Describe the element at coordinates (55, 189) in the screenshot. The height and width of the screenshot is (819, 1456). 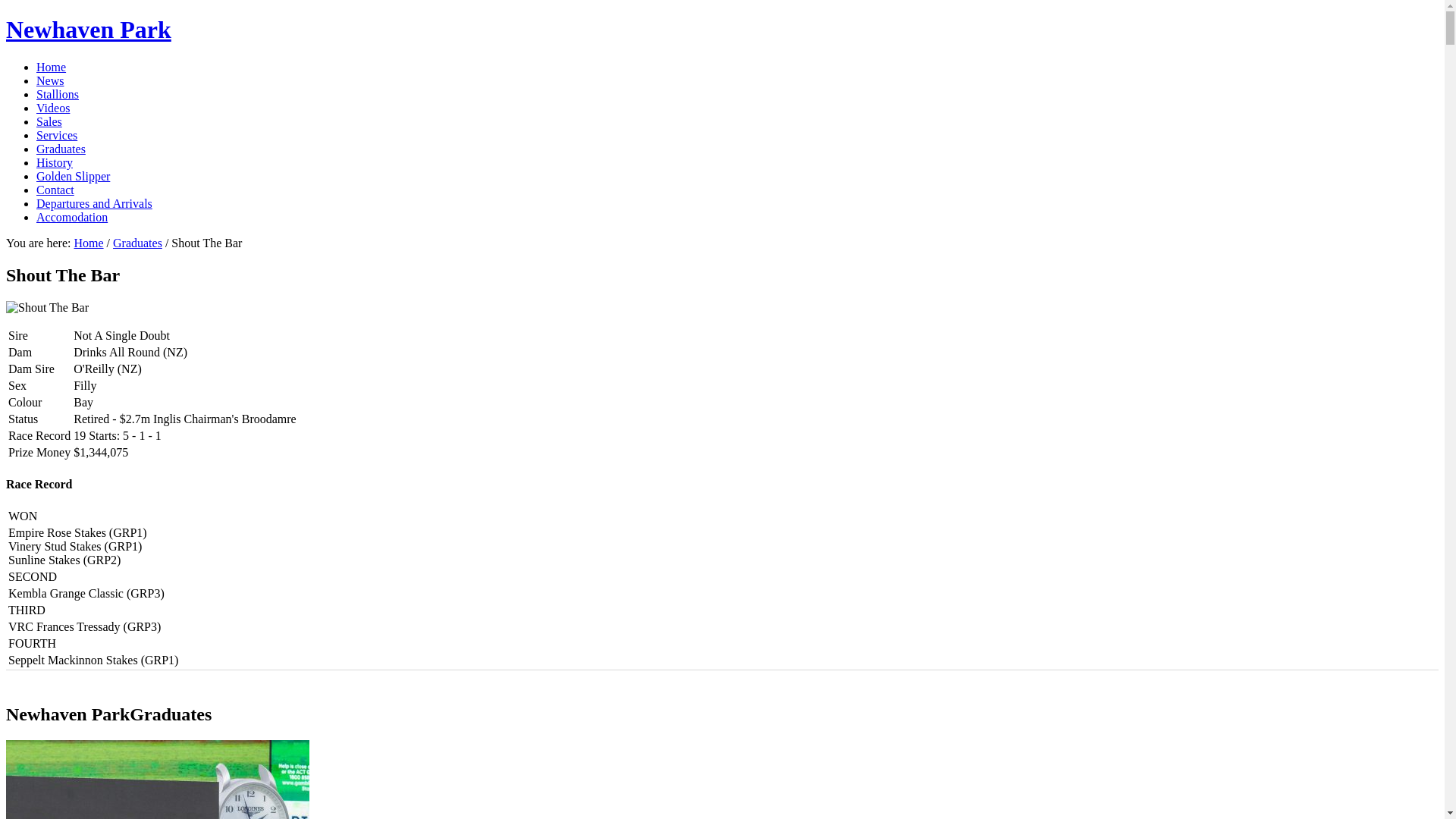
I see `'Contact'` at that location.